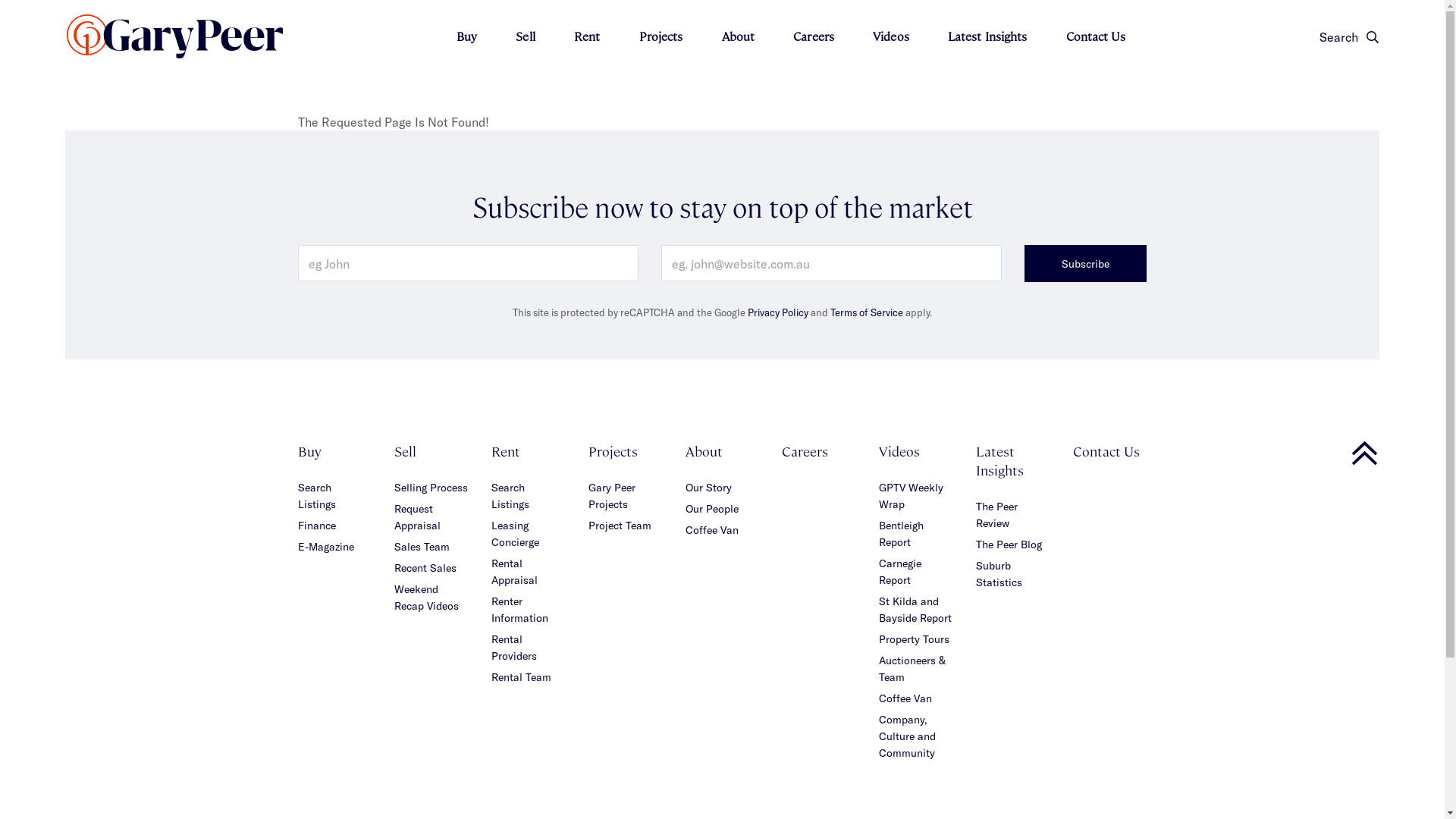  What do you see at coordinates (588, 524) in the screenshot?
I see `'Project Team'` at bounding box center [588, 524].